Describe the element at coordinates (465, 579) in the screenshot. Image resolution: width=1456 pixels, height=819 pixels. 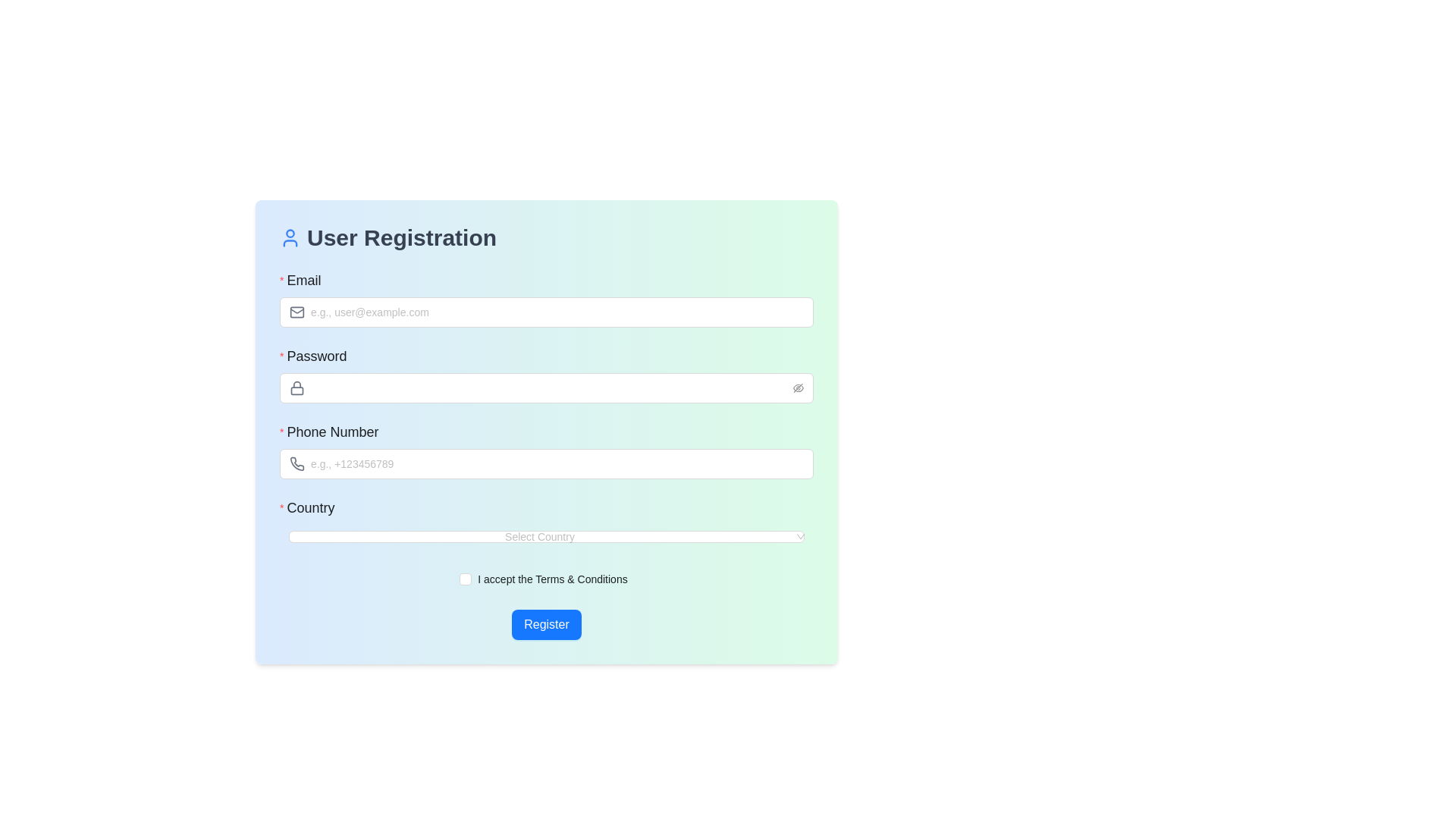
I see `the checkbox located to the immediate left of the text label 'I accept the Terms & Conditions'` at that location.